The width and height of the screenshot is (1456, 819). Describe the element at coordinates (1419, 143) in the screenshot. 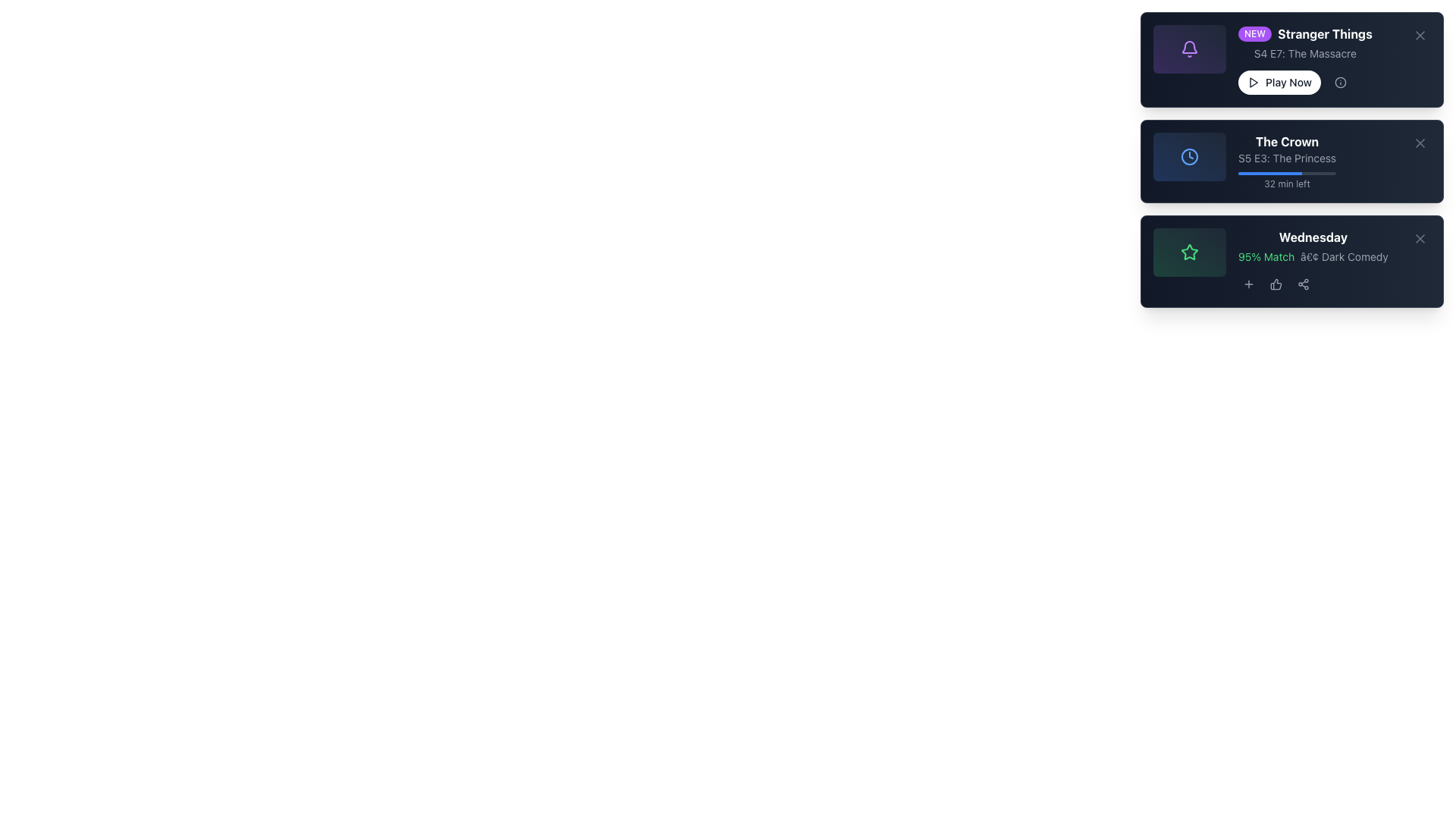

I see `the 'X' Close button located in the far-right corner of the second row labeled 'The Crown'` at that location.